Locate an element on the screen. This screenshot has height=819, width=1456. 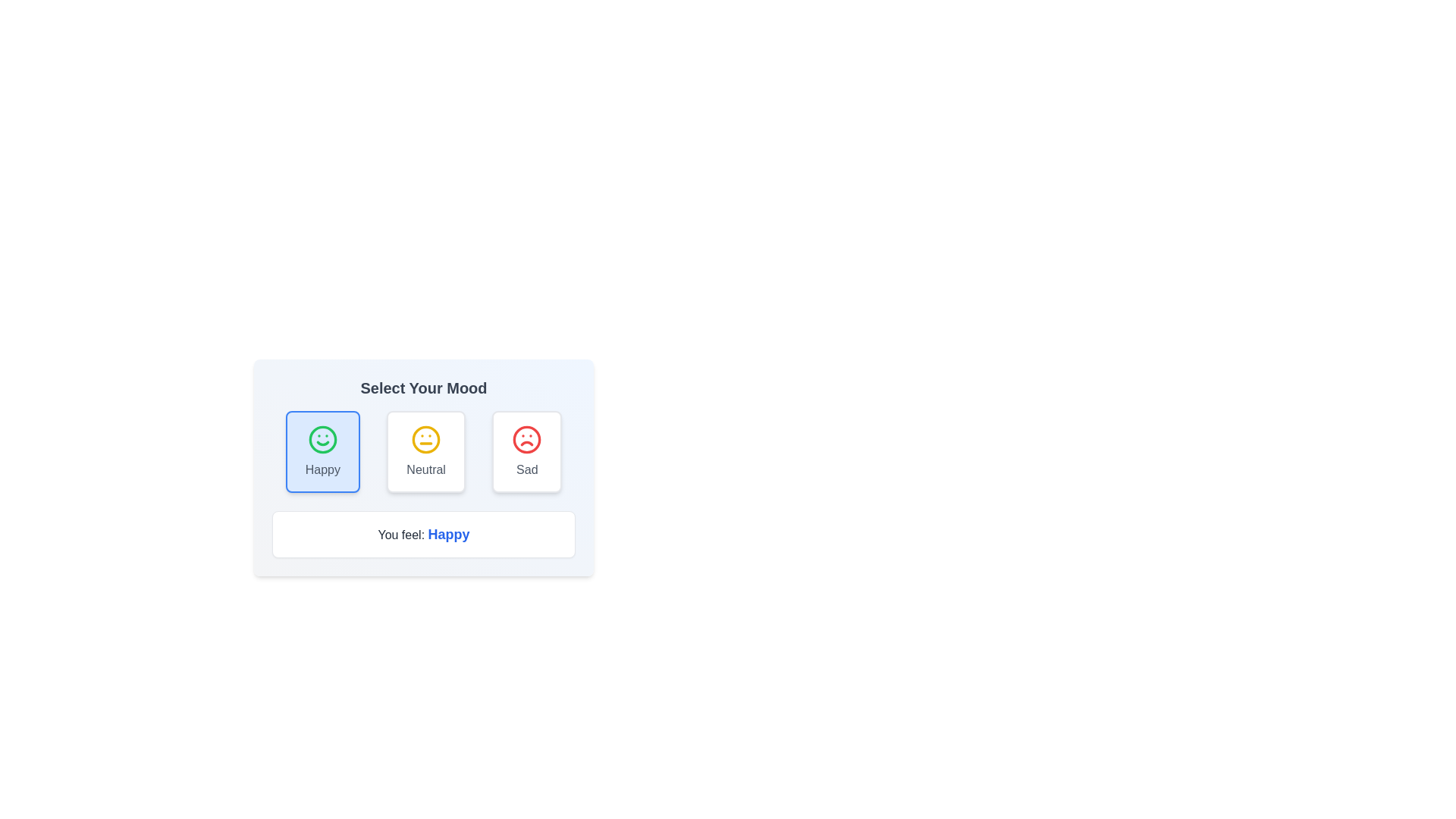
the Text Label that introduces the user-selected mood statement located at the bottom of the main interface area, to the left of the 'Happy' text element is located at coordinates (403, 534).